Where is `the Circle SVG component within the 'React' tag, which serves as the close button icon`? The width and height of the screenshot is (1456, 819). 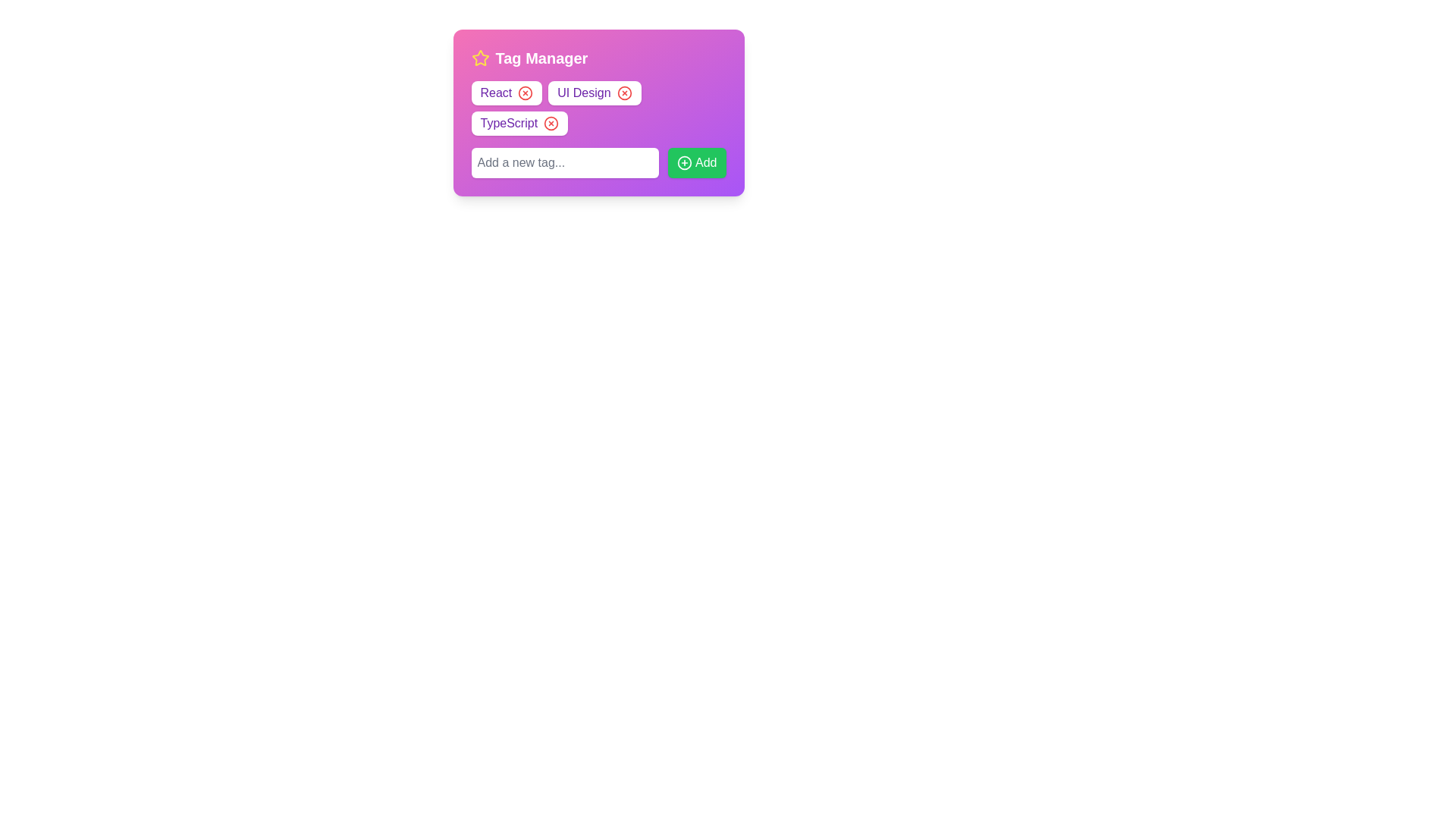 the Circle SVG component within the 'React' tag, which serves as the close button icon is located at coordinates (526, 93).